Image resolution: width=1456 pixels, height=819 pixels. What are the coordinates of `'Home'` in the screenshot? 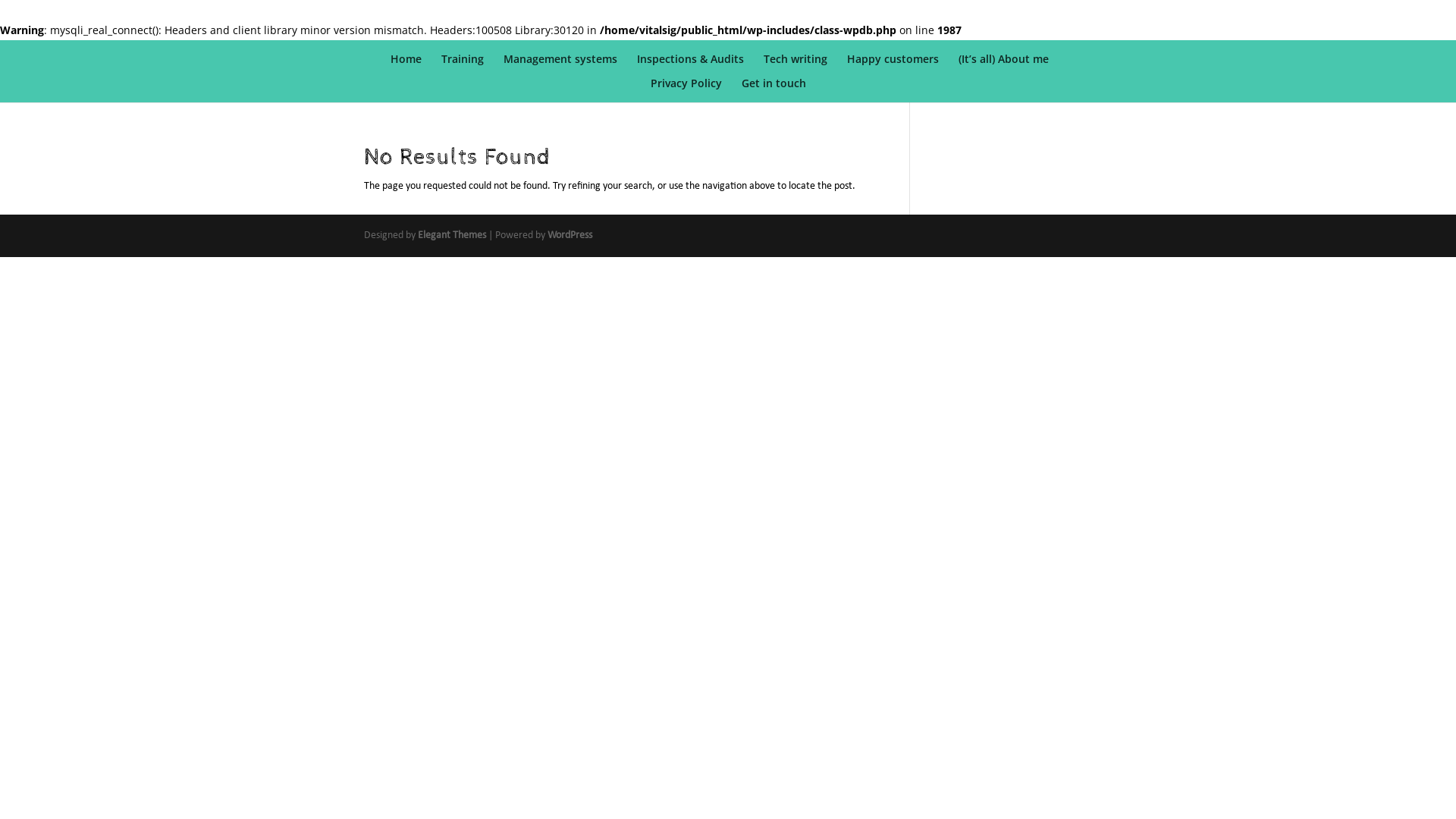 It's located at (406, 65).